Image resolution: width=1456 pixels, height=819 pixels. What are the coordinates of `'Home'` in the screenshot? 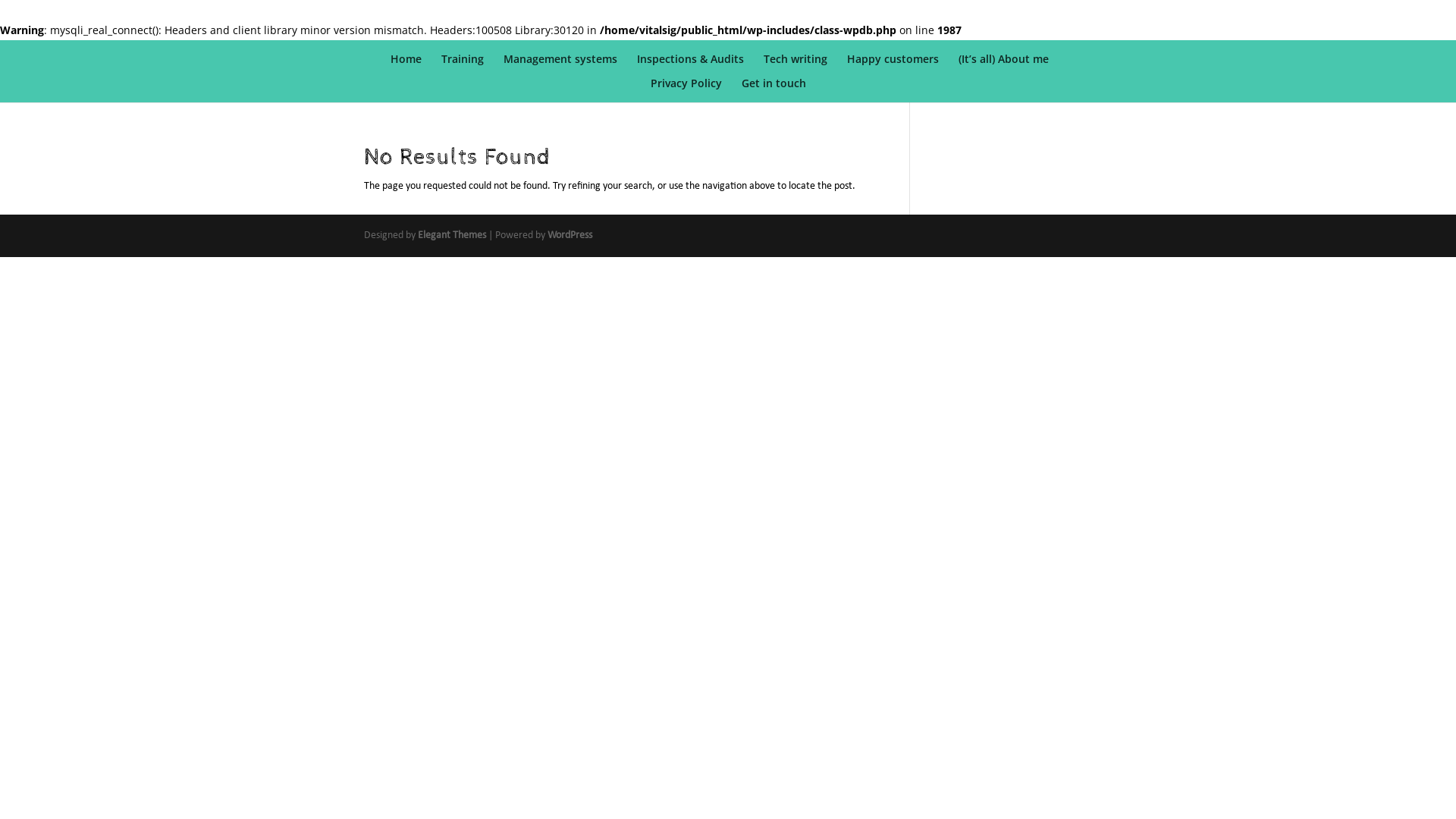 It's located at (406, 65).